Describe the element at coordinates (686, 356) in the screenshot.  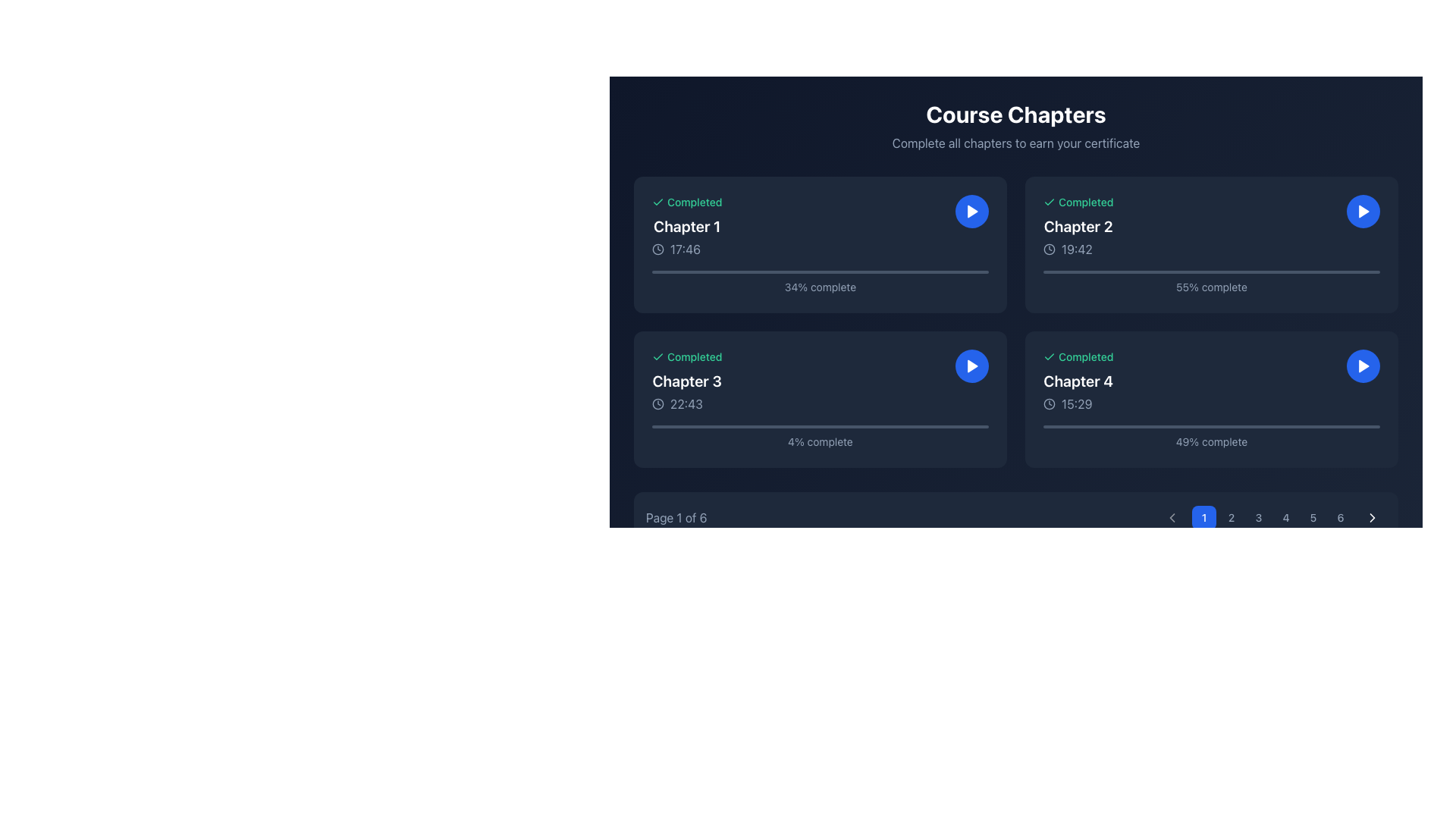
I see `the Status label indicating 'Completed' with a green font and a green checkmark icon, located in the top-left corner of the 'Chapter 3' box` at that location.